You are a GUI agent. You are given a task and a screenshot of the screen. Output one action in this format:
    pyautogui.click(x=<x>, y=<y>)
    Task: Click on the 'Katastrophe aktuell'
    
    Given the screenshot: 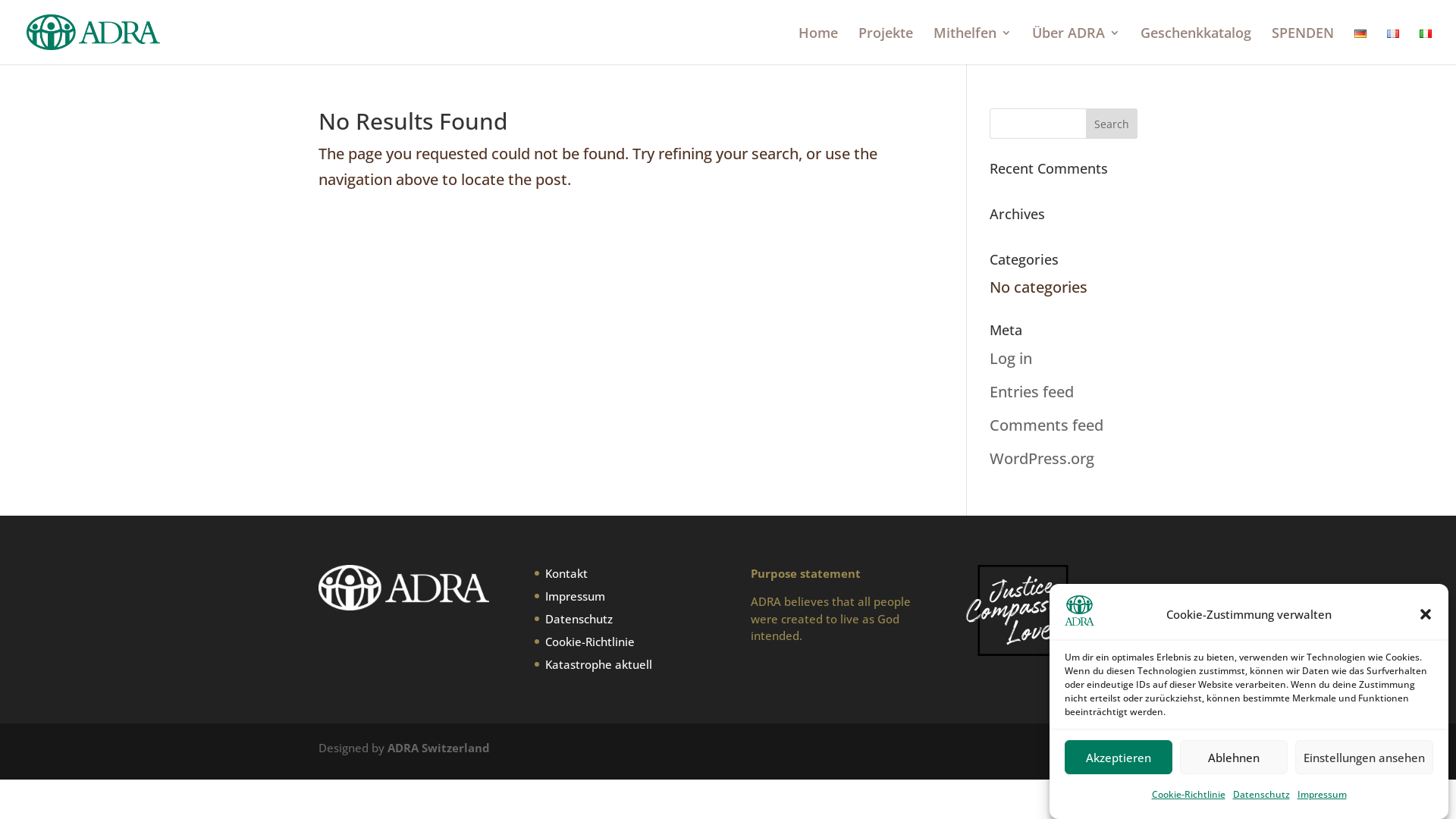 What is the action you would take?
    pyautogui.click(x=598, y=663)
    